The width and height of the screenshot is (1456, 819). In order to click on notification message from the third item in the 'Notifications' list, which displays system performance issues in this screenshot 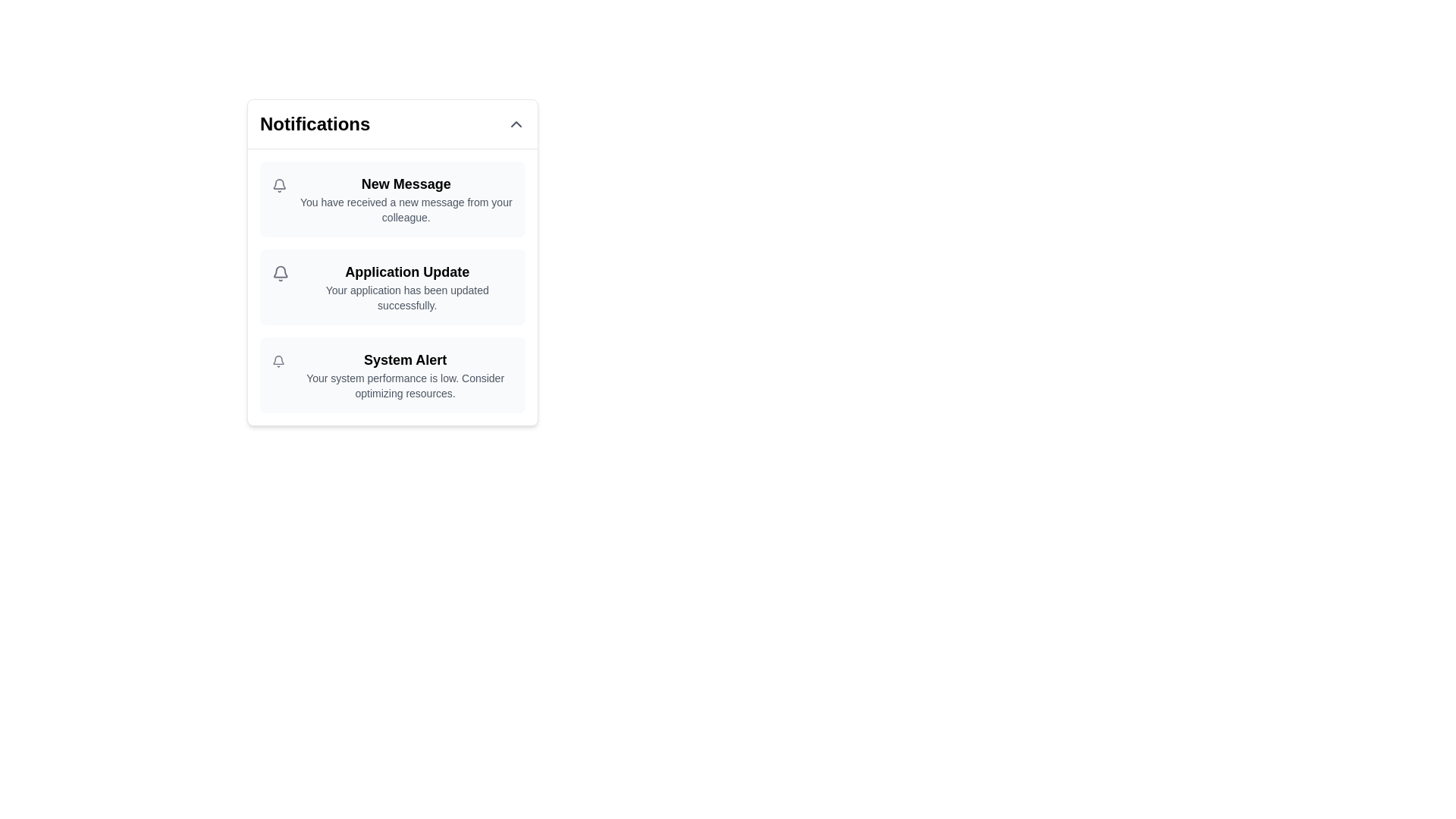, I will do `click(405, 375)`.